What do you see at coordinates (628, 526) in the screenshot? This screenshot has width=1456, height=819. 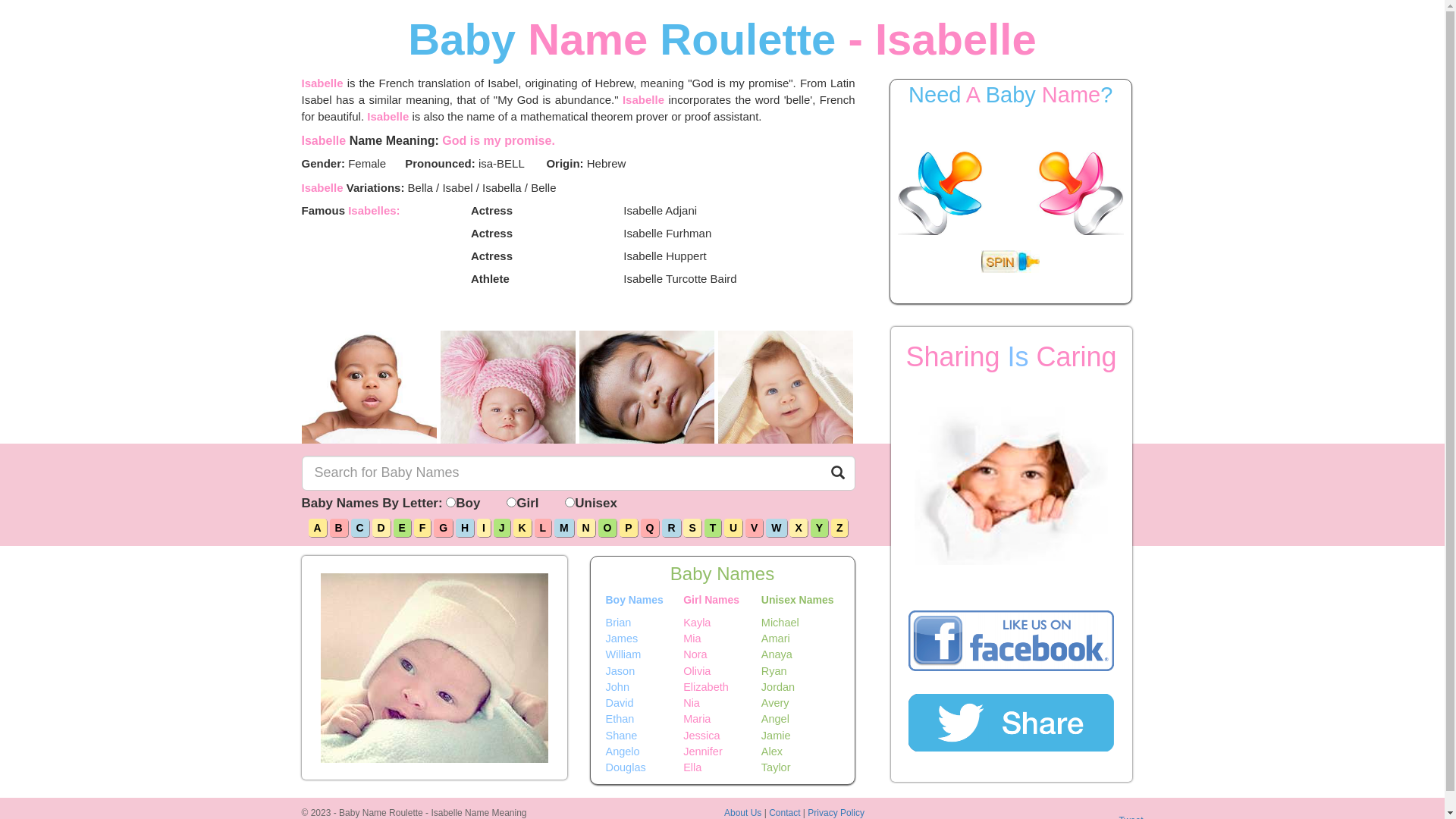 I see `'P'` at bounding box center [628, 526].